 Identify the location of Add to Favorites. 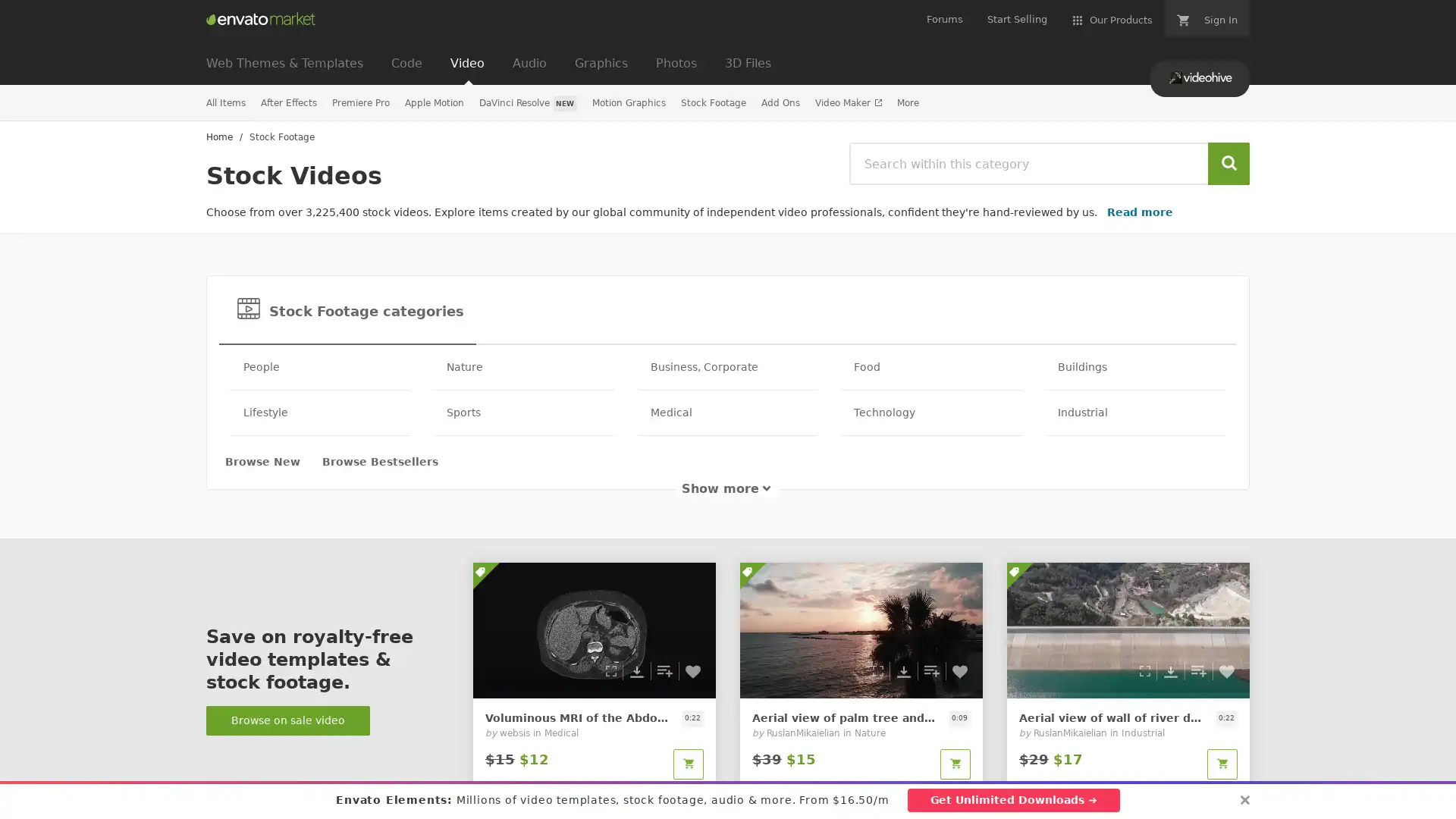
(959, 670).